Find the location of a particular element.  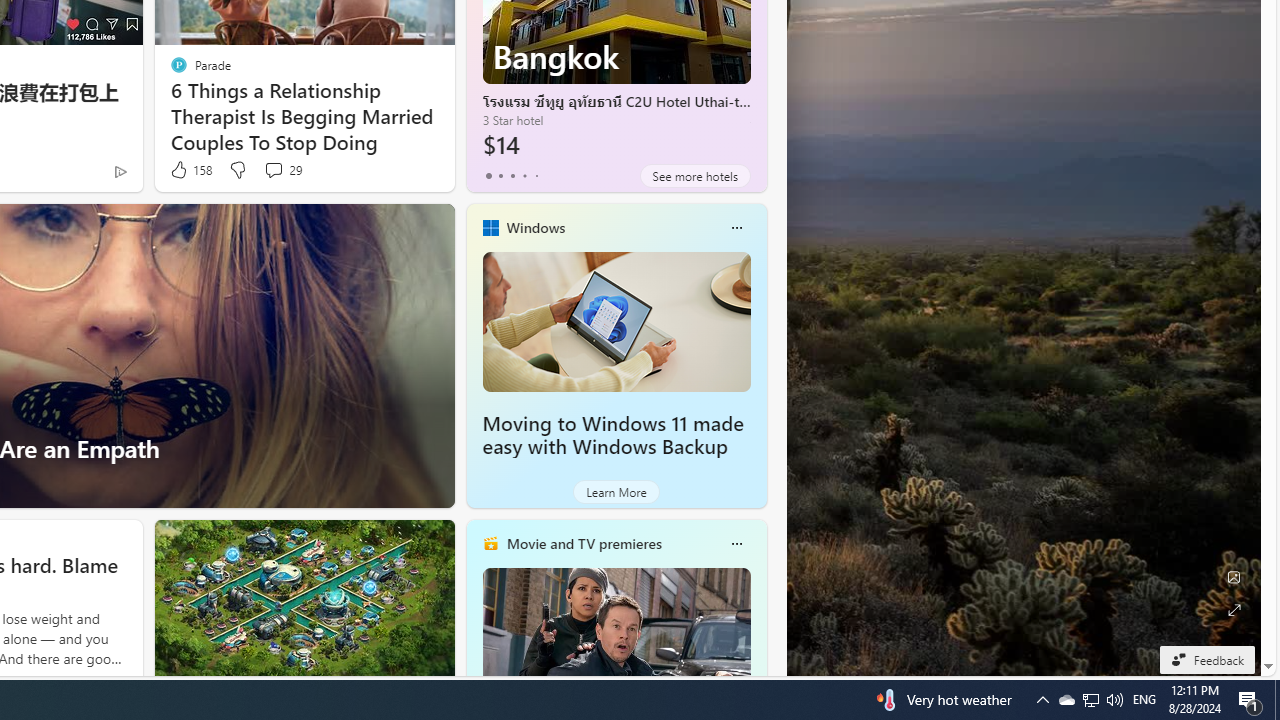

'tab-3' is located at coordinates (524, 175).